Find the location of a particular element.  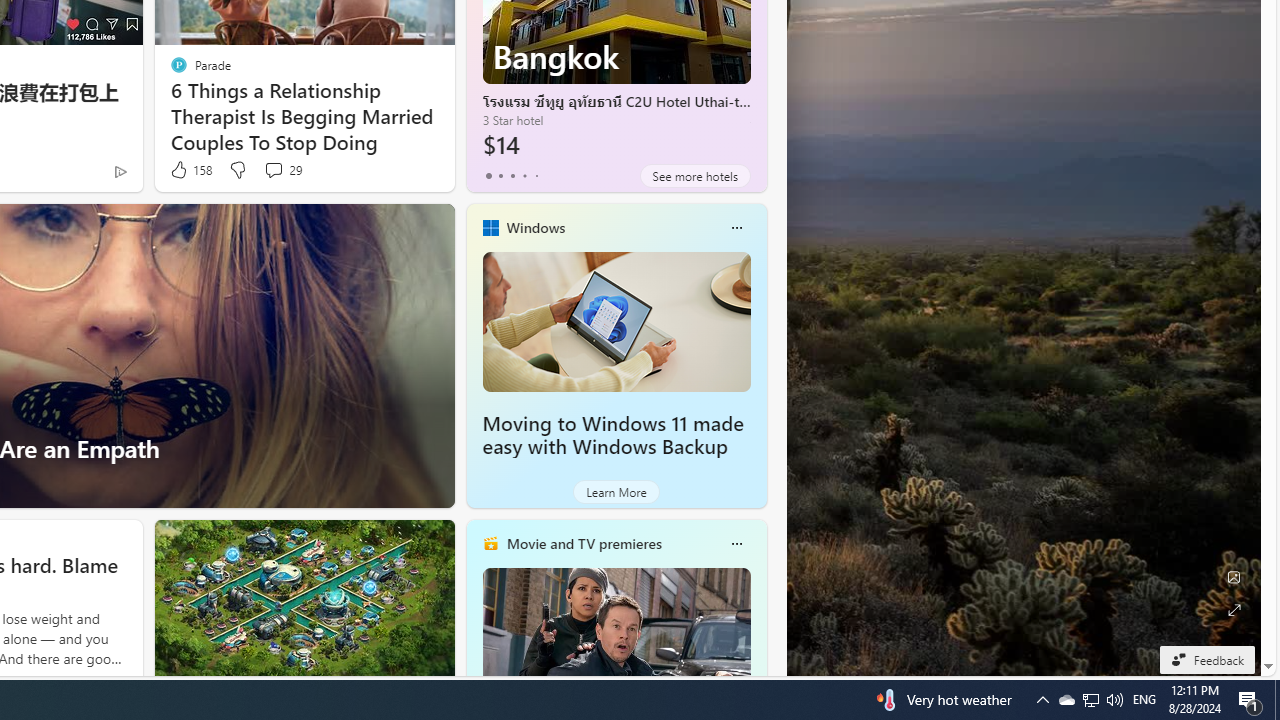

'tab-3' is located at coordinates (524, 175).